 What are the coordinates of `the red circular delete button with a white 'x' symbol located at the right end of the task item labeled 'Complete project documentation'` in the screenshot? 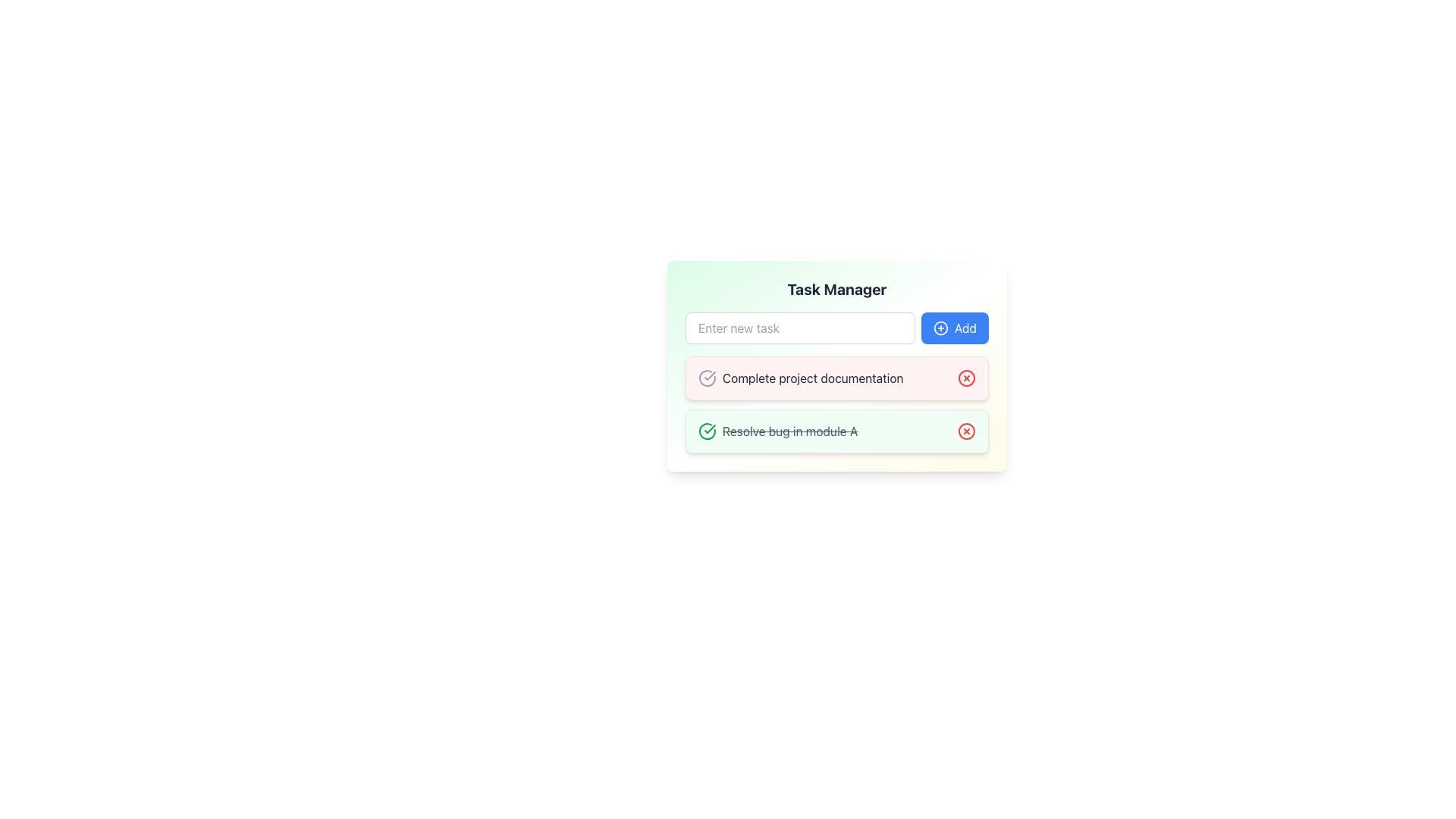 It's located at (966, 377).